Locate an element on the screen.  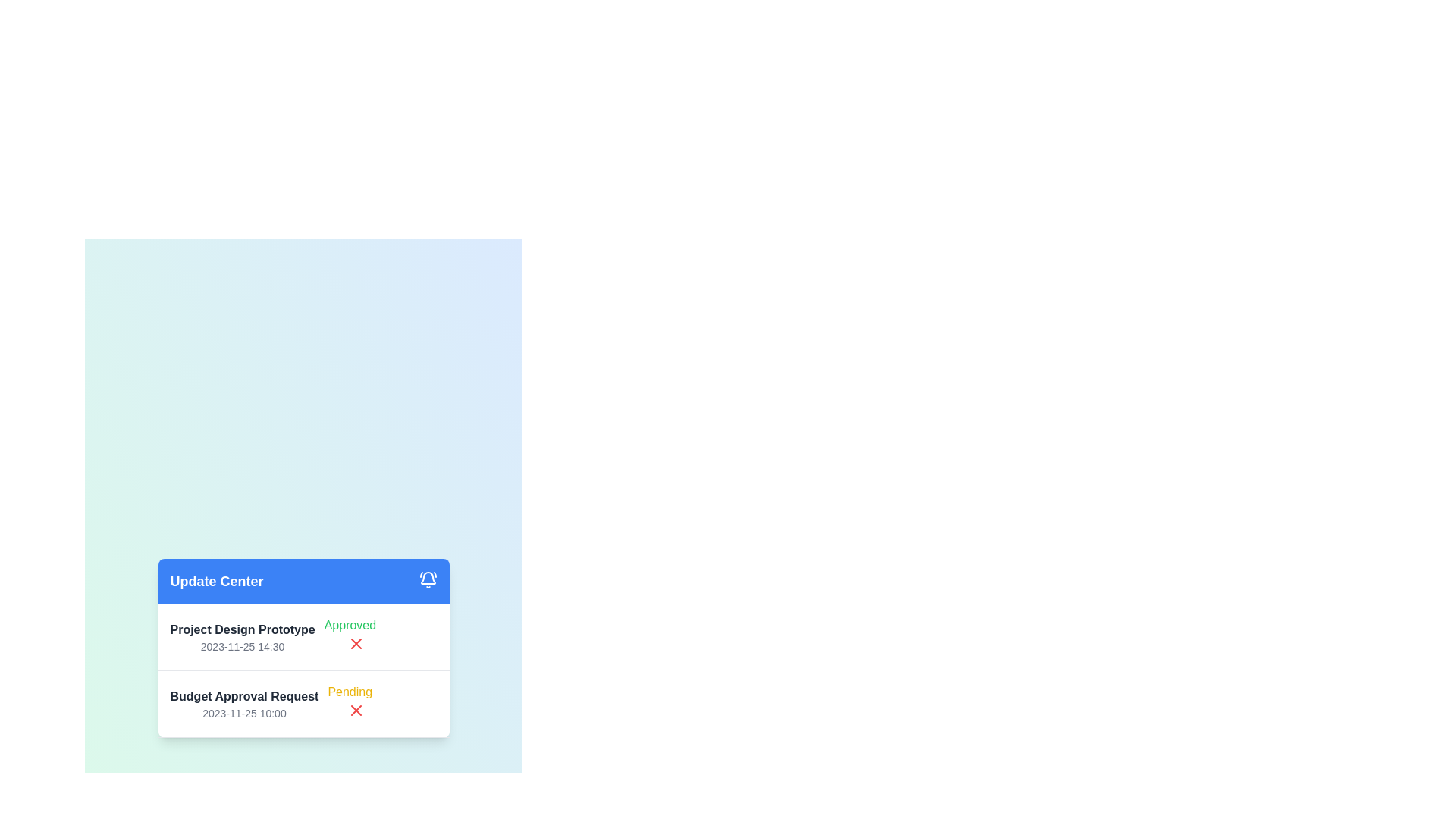
the timestamp text label displaying '2023-11-25 10:00', which is located below the 'Budget Approval Request' label in the 'Update Center' module is located at coordinates (244, 713).